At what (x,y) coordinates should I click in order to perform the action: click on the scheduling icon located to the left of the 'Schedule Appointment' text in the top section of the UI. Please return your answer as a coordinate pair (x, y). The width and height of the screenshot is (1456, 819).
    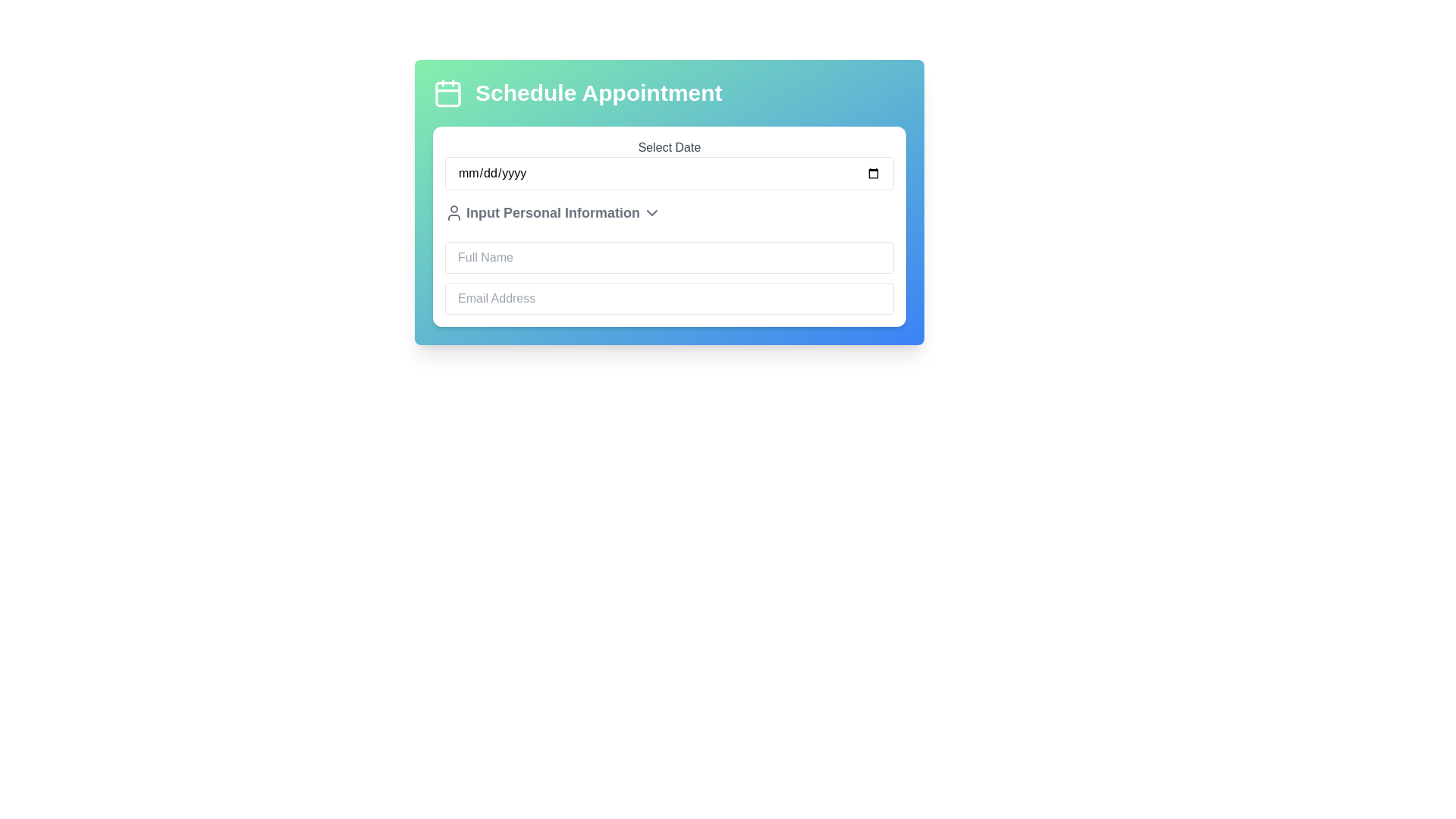
    Looking at the image, I should click on (447, 93).